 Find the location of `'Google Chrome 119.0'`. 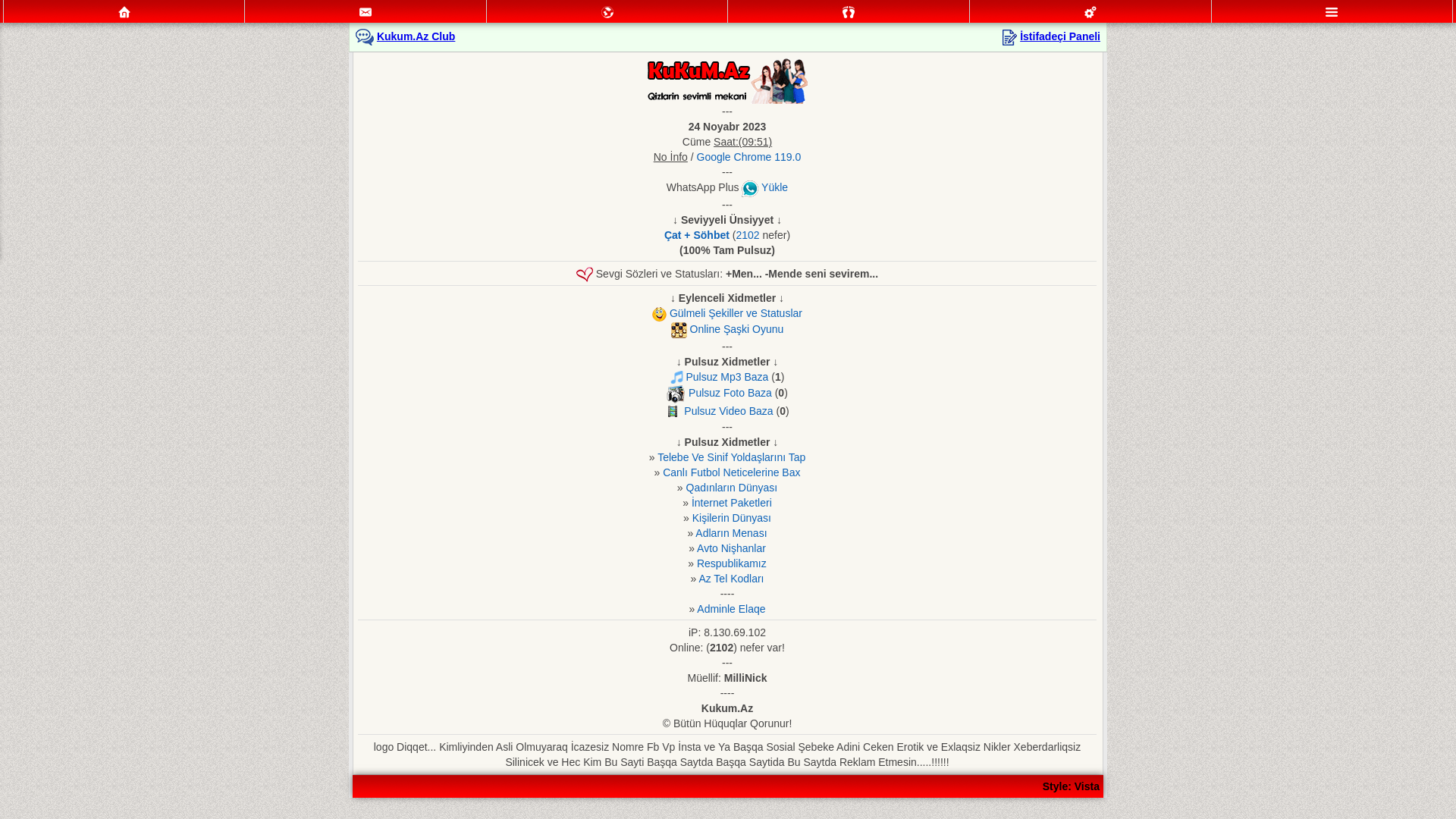

'Google Chrome 119.0' is located at coordinates (749, 157).